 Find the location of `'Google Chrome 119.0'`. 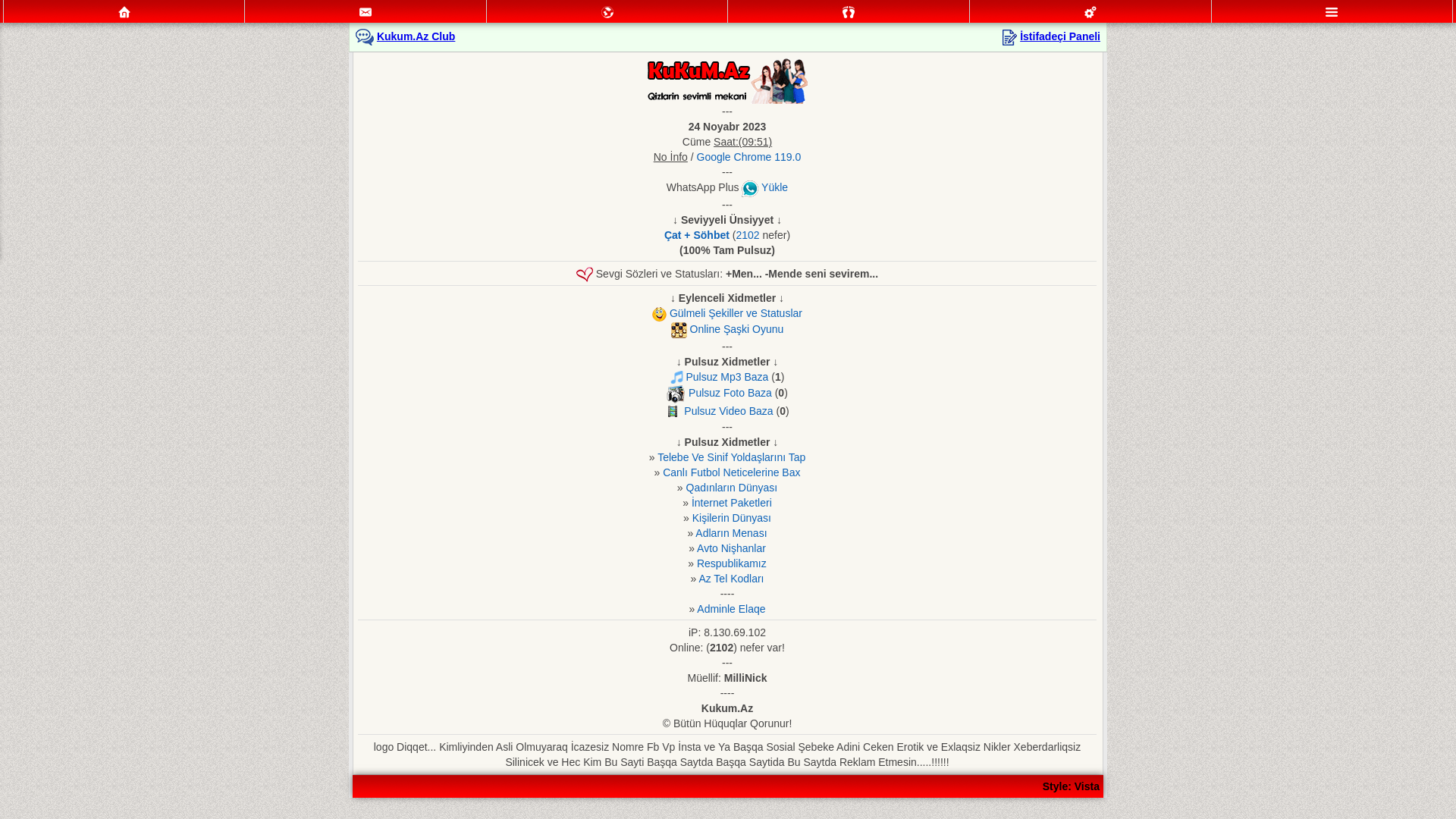

'Google Chrome 119.0' is located at coordinates (749, 157).